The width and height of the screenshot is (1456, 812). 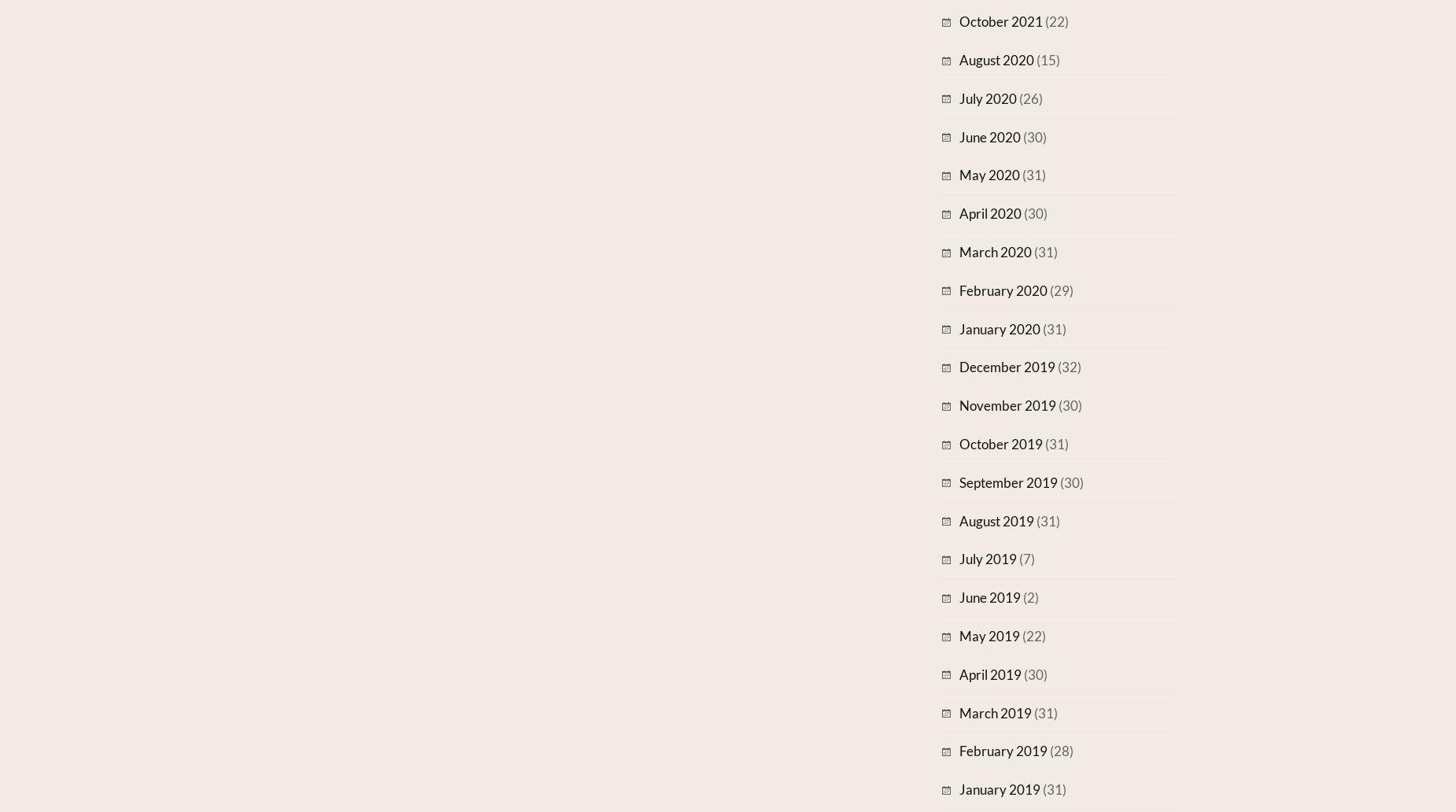 I want to click on 'May 2020', so click(x=989, y=174).